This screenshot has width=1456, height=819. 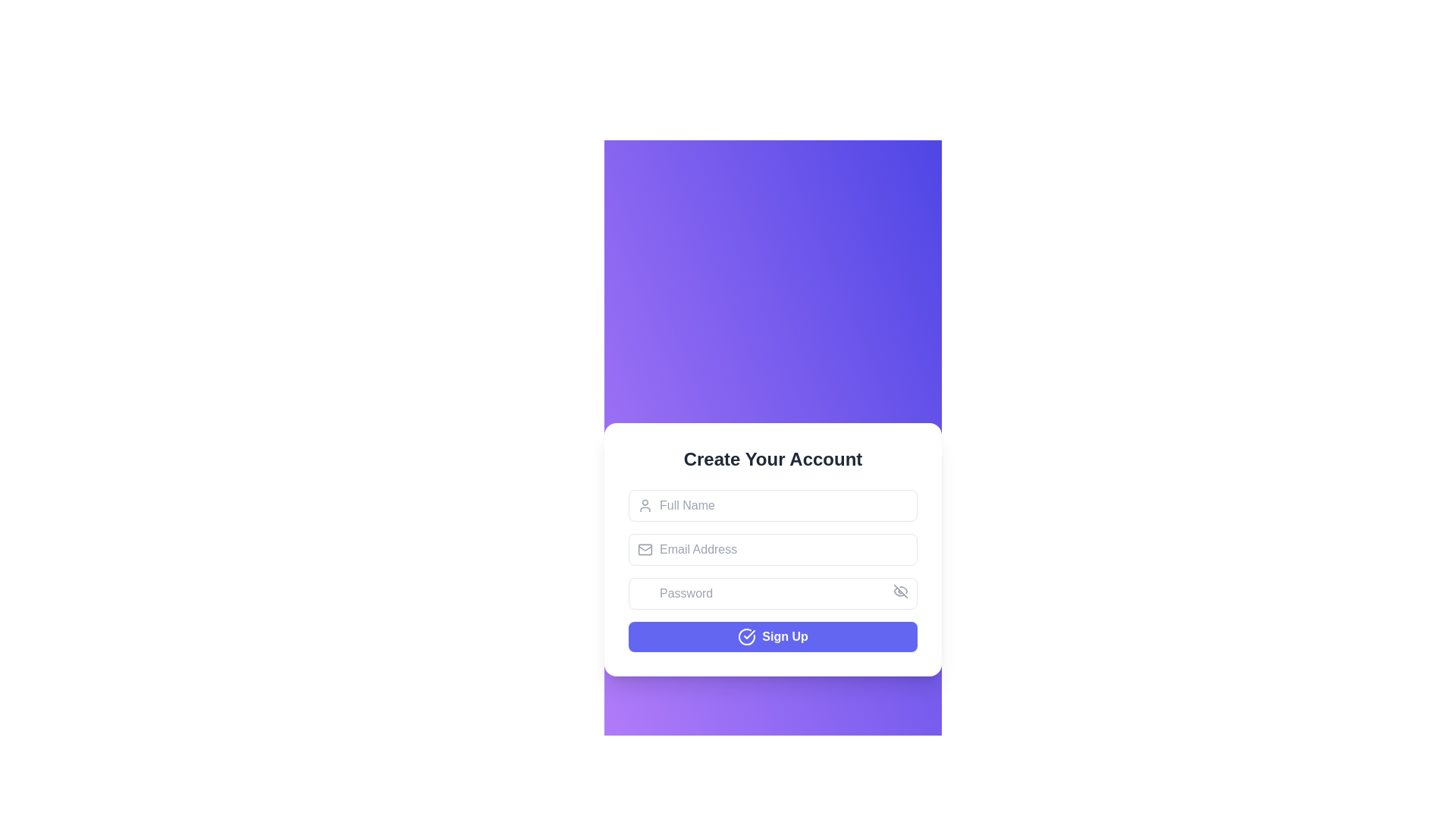 What do you see at coordinates (901, 590) in the screenshot?
I see `the eye-off icon button adjacent to the password input field` at bounding box center [901, 590].